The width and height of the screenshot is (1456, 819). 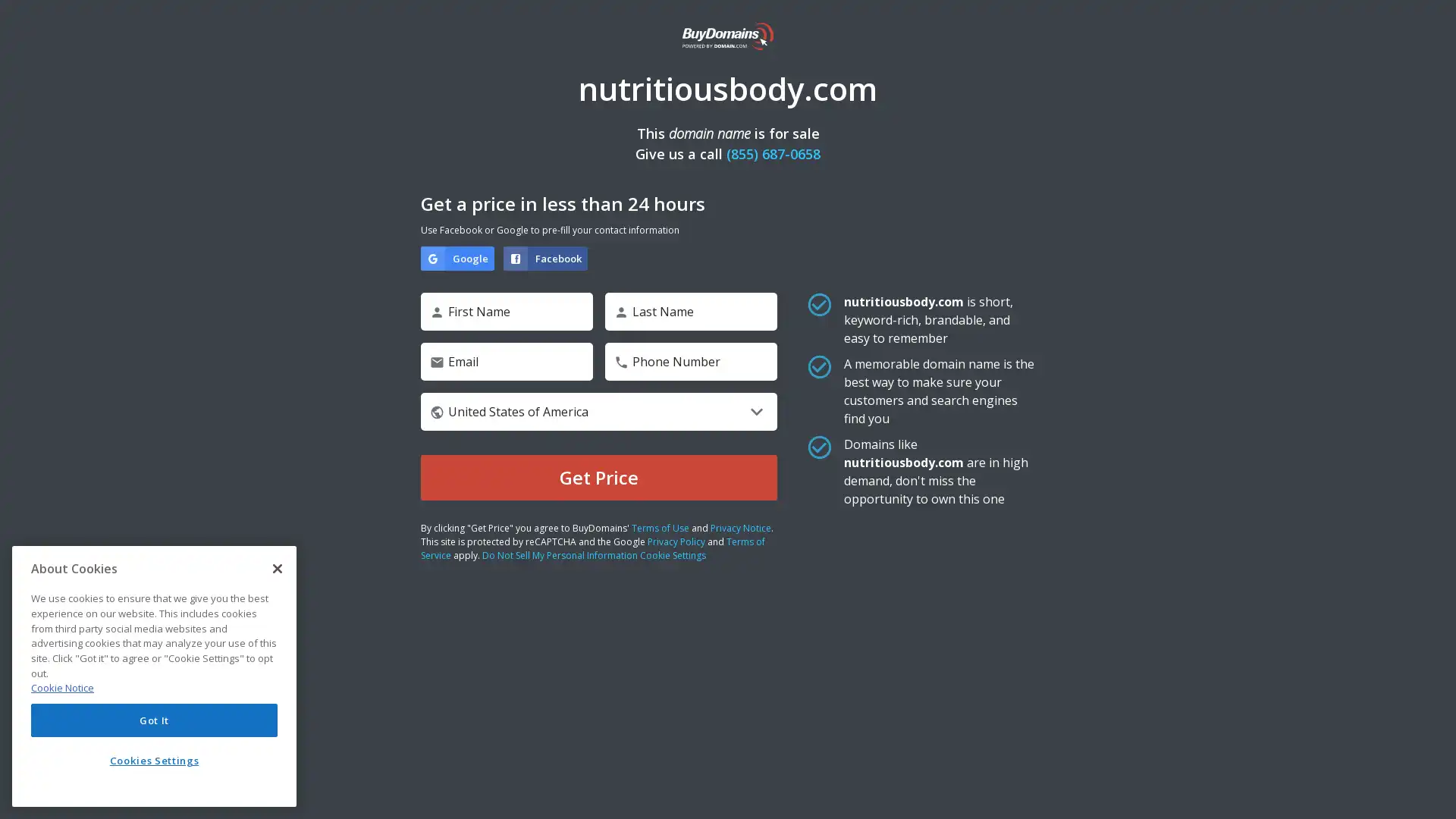 I want to click on Facebook, so click(x=545, y=257).